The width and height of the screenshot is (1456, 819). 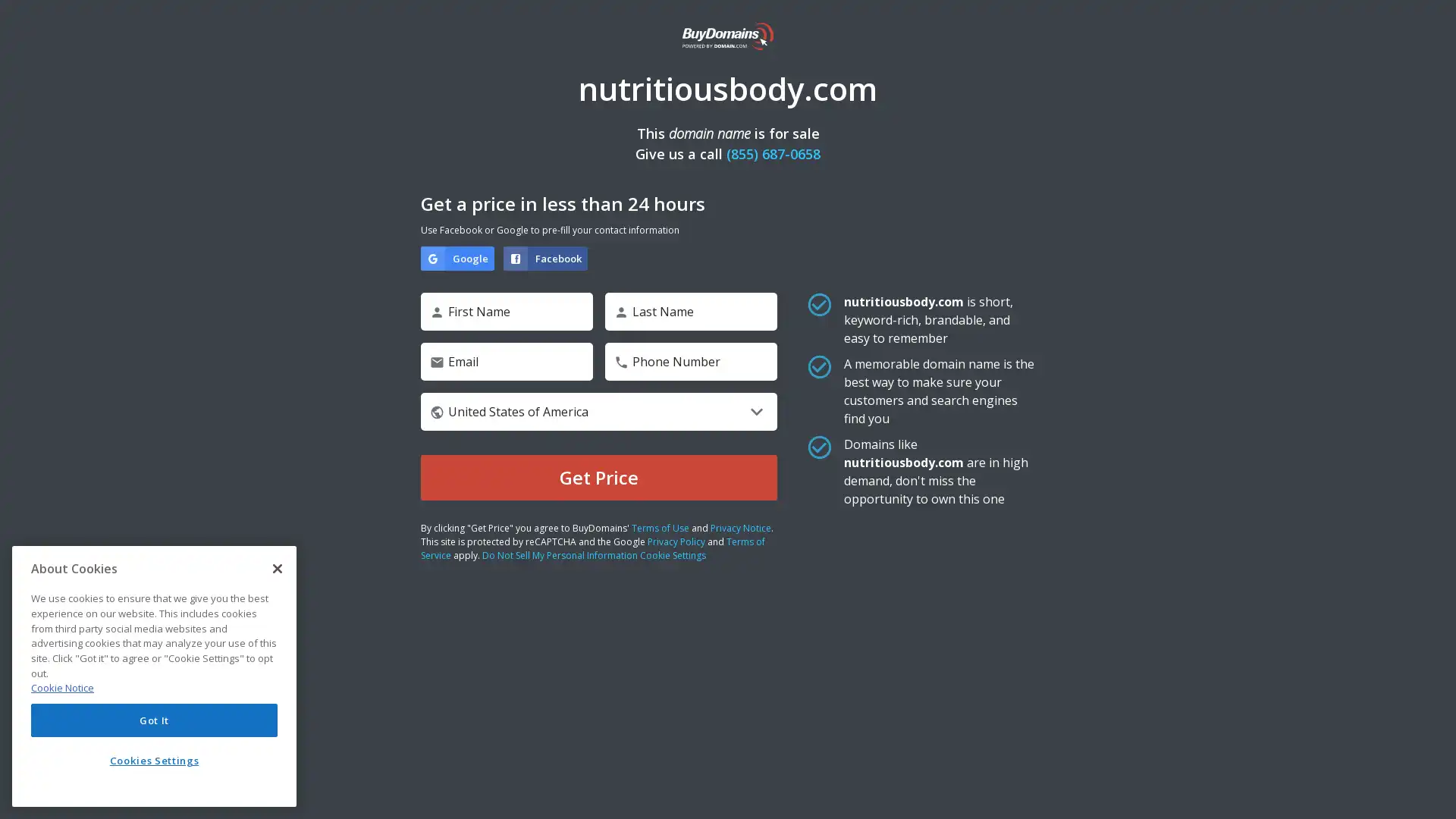 I want to click on Facebook, so click(x=545, y=257).